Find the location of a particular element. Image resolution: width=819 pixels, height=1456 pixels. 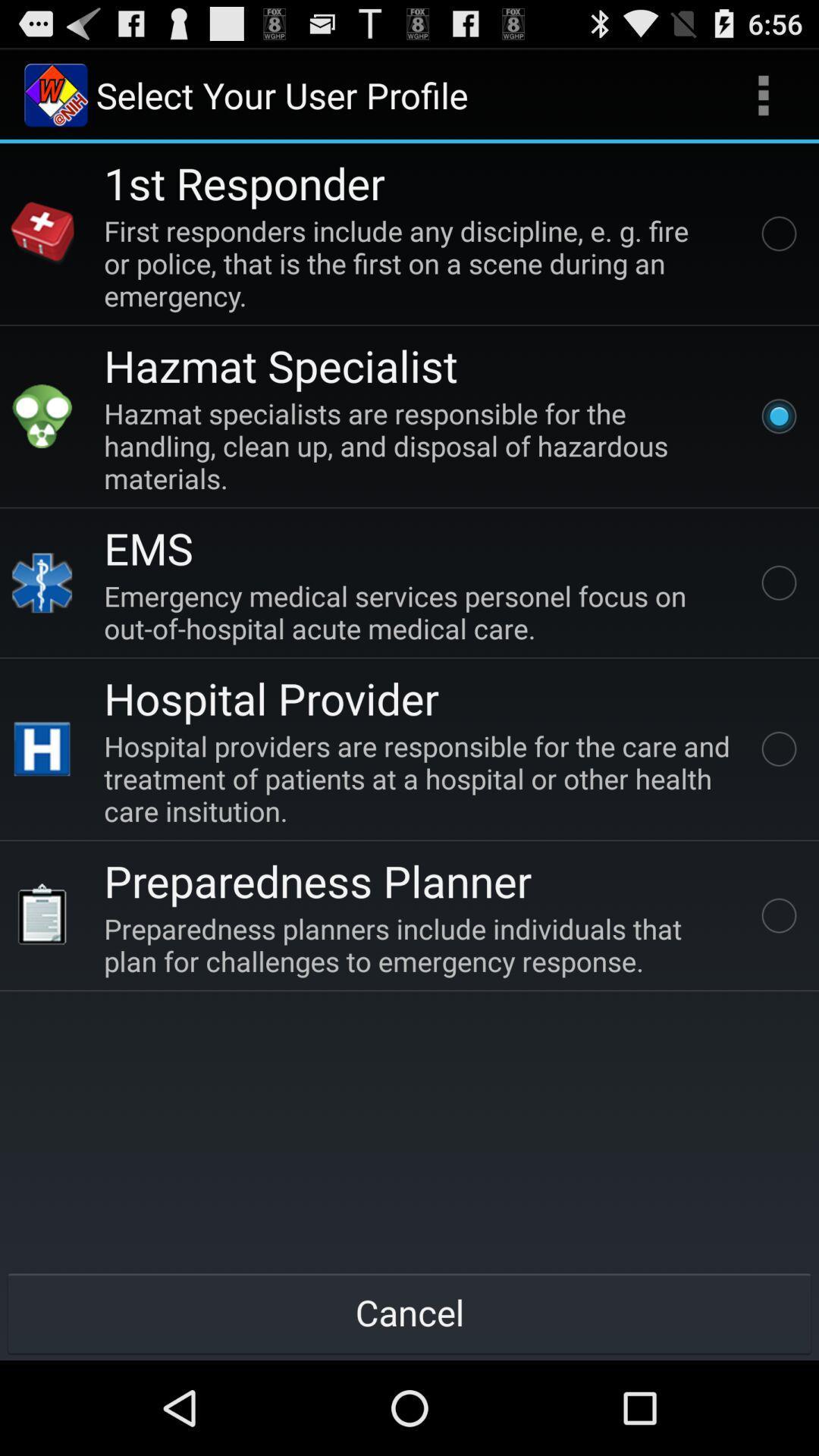

the hazmat specialists are item is located at coordinates (420, 445).